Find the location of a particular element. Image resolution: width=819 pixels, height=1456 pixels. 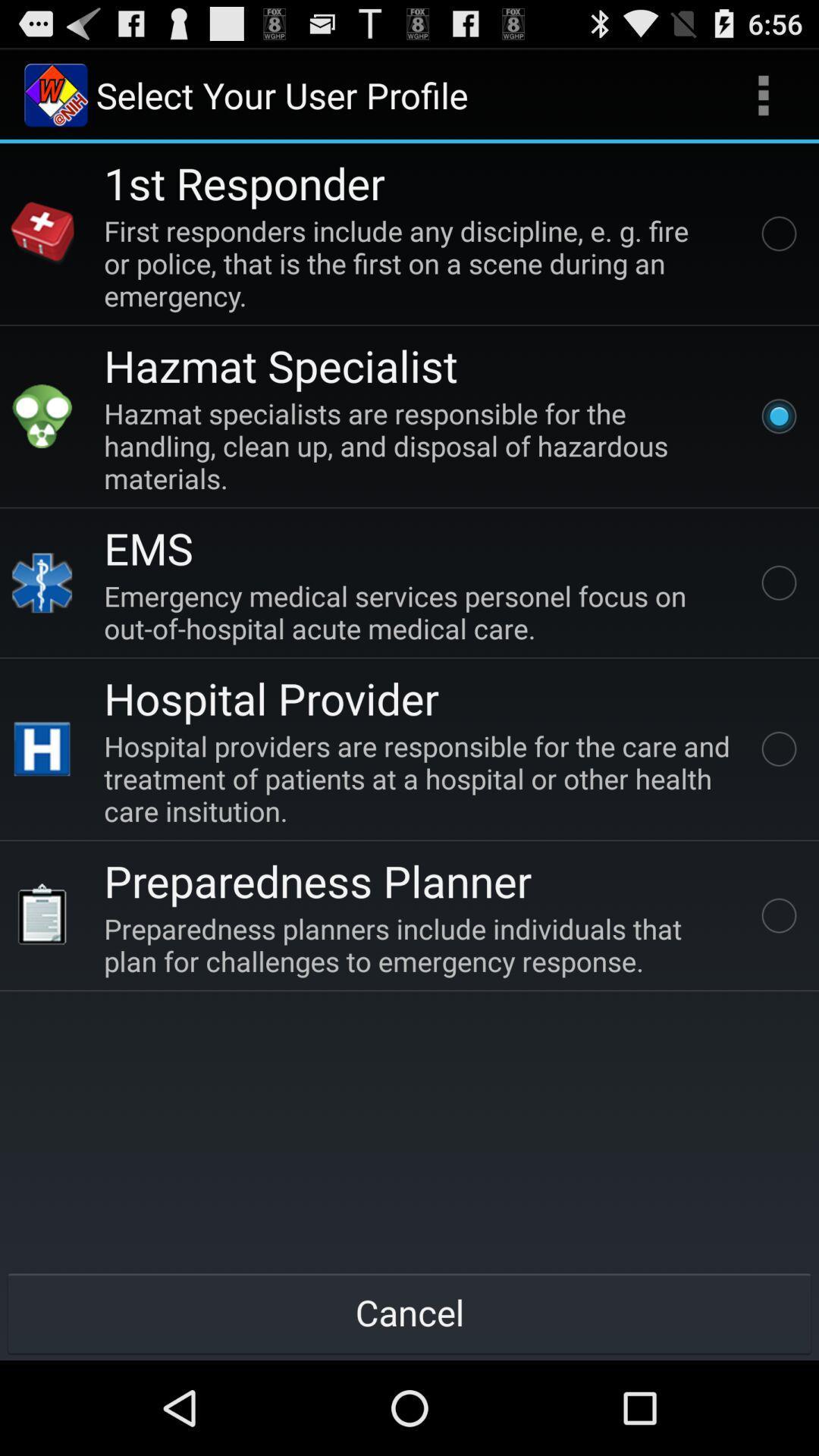

the hazmat specialists are item is located at coordinates (420, 445).